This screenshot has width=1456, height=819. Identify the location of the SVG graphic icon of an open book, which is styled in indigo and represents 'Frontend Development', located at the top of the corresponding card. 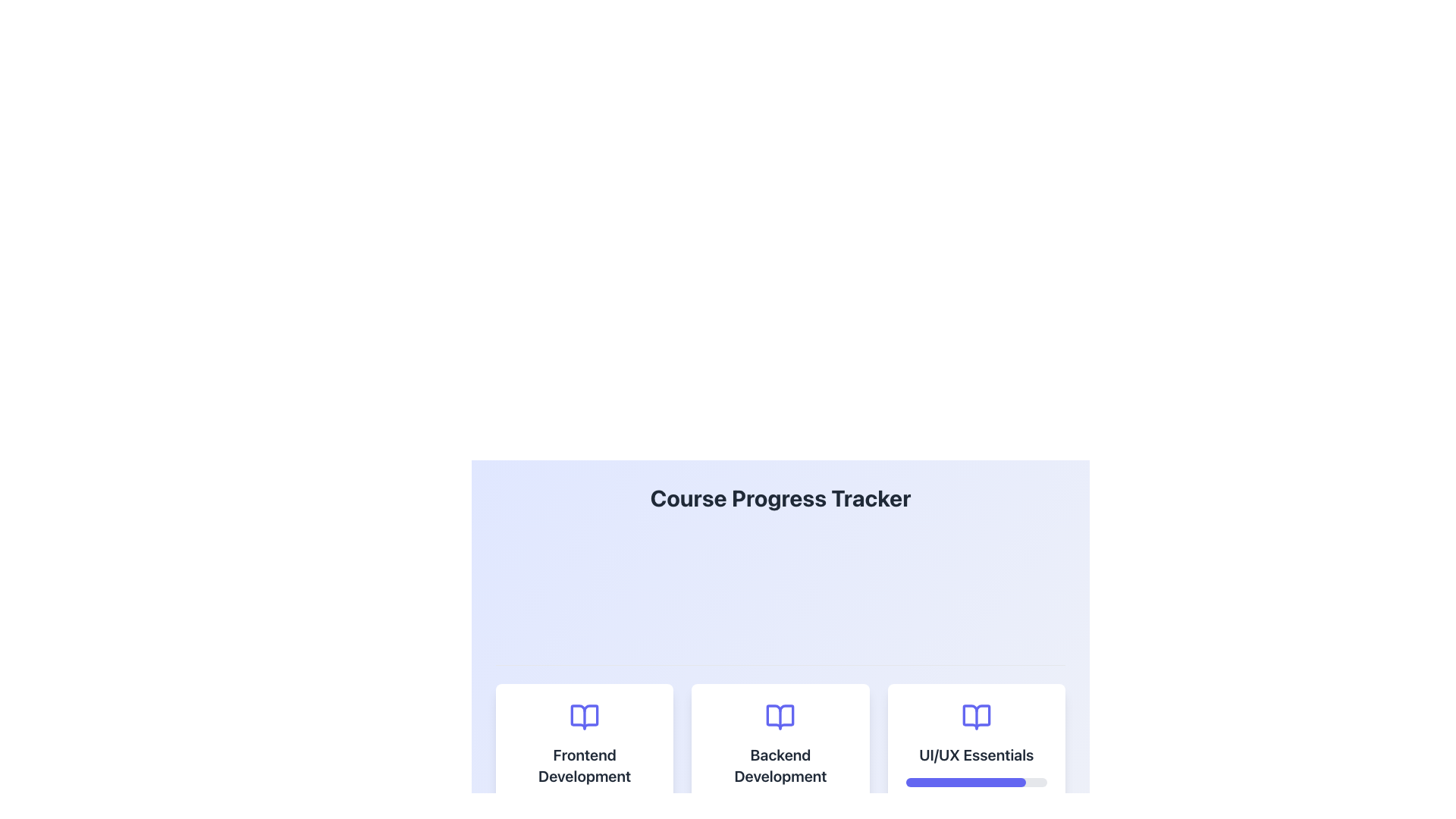
(584, 717).